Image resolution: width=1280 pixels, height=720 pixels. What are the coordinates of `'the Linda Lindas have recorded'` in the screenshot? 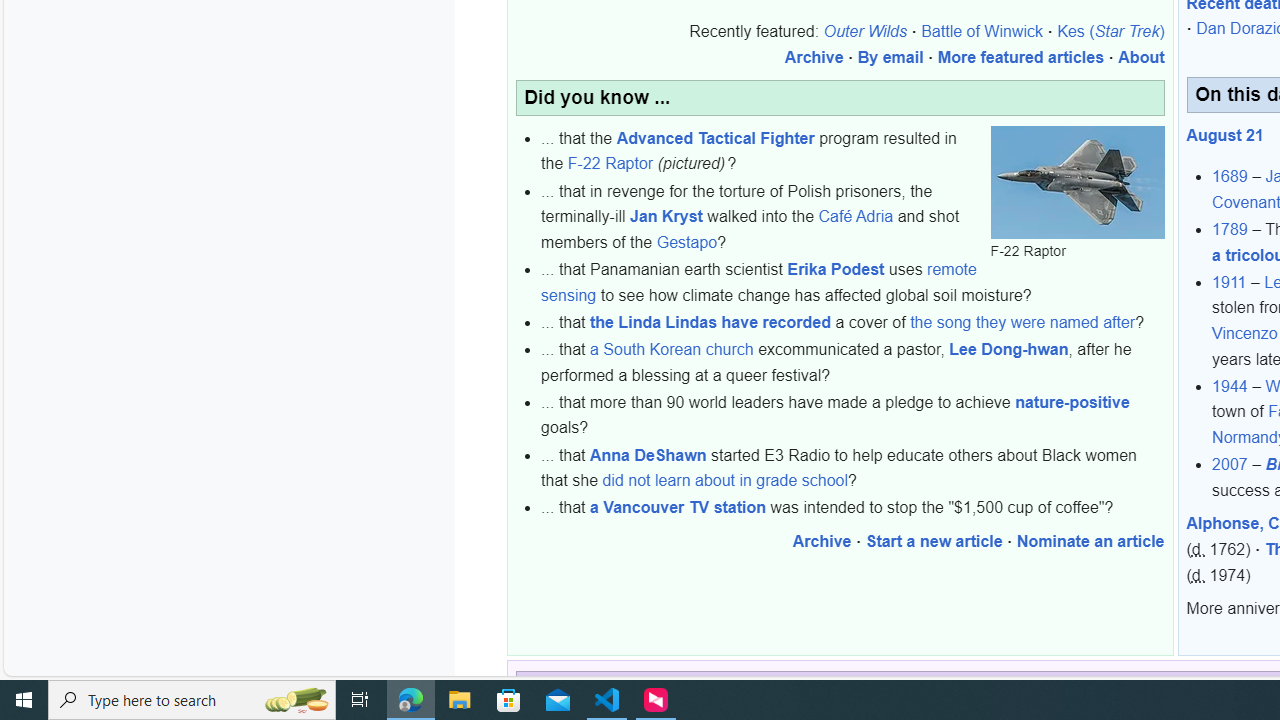 It's located at (710, 321).